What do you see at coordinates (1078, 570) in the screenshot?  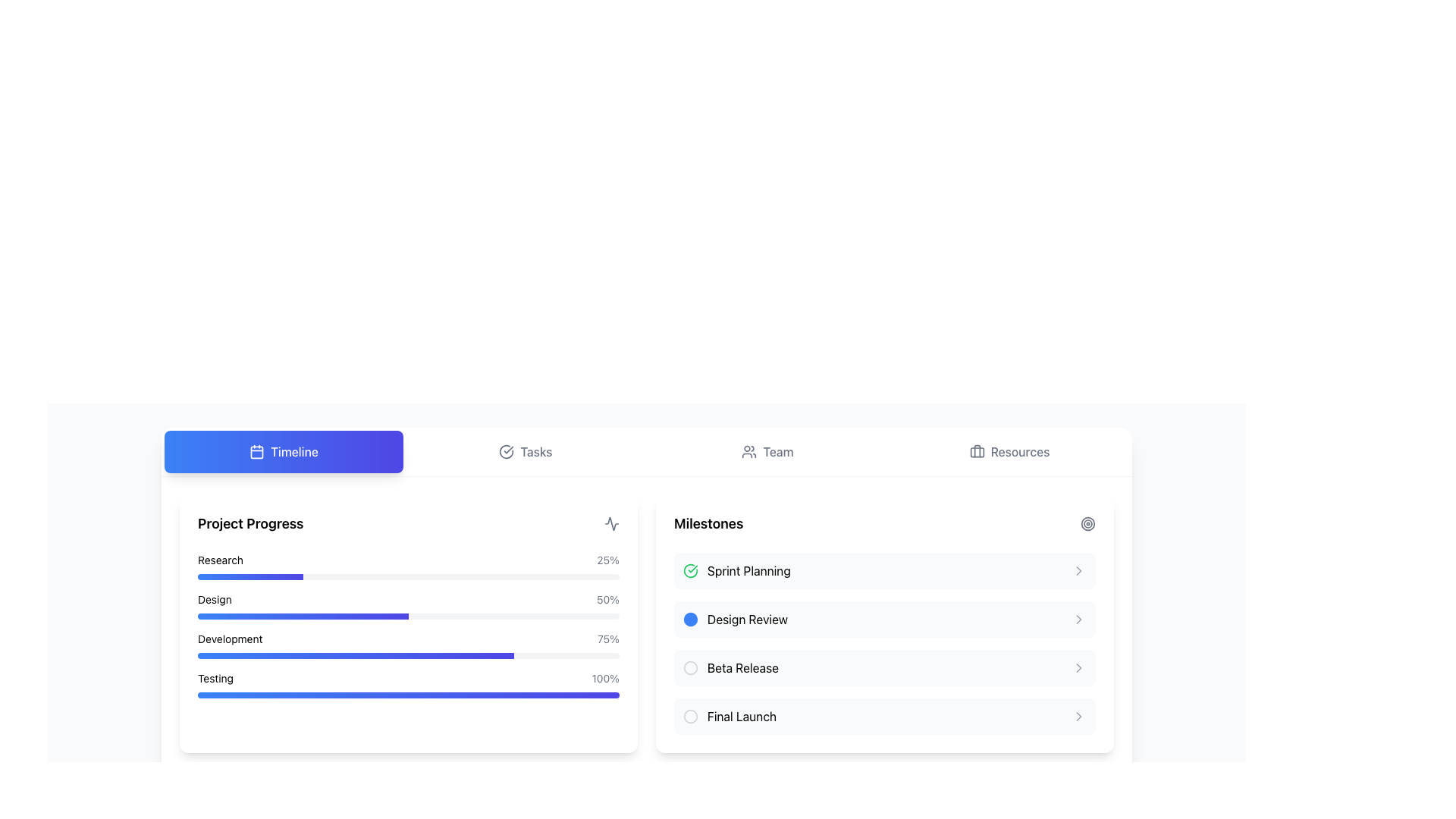 I see `the right-pointing chevron icon adjacent to 'Sprint Planning'` at bounding box center [1078, 570].